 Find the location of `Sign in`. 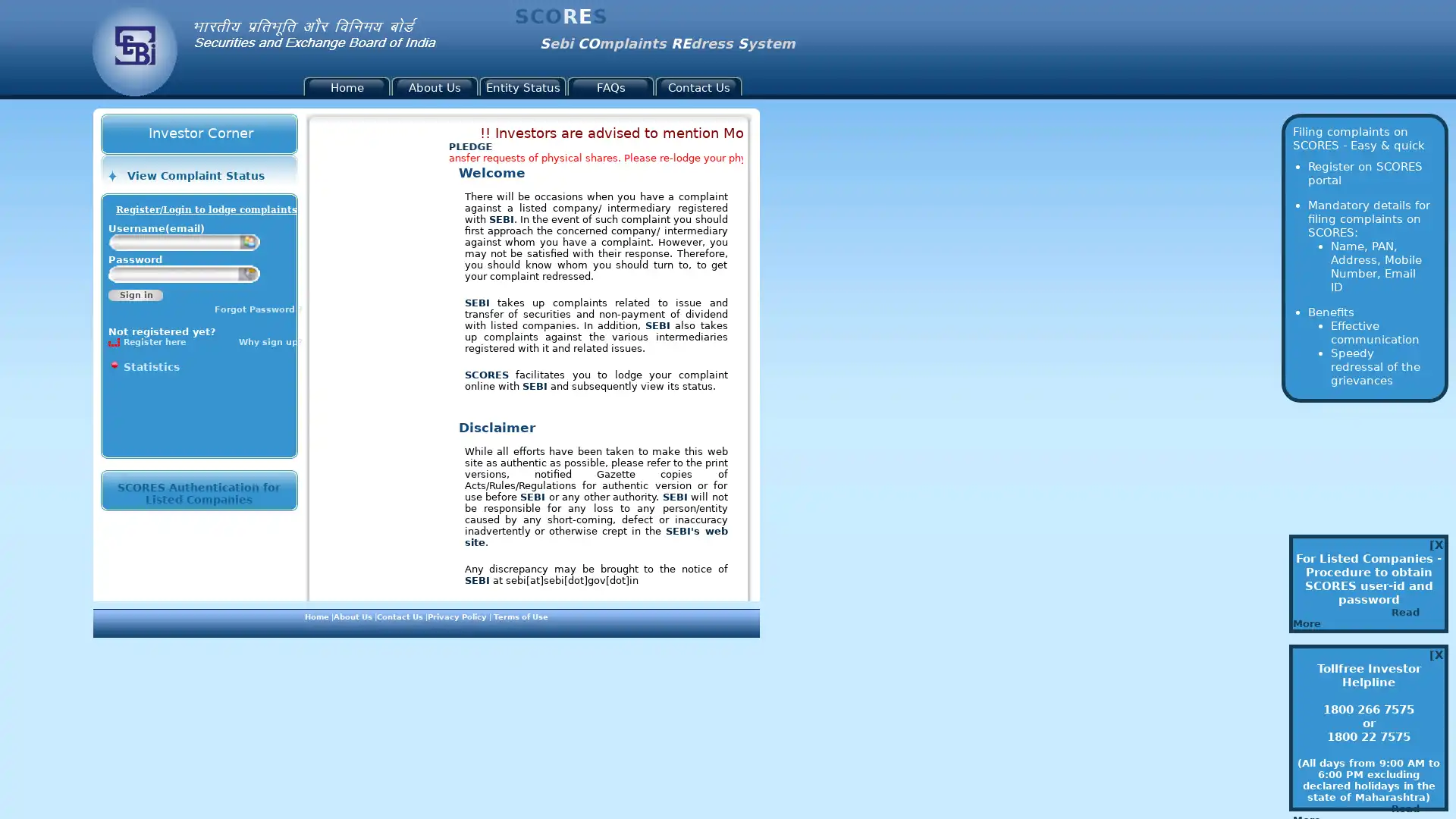

Sign in is located at coordinates (136, 296).